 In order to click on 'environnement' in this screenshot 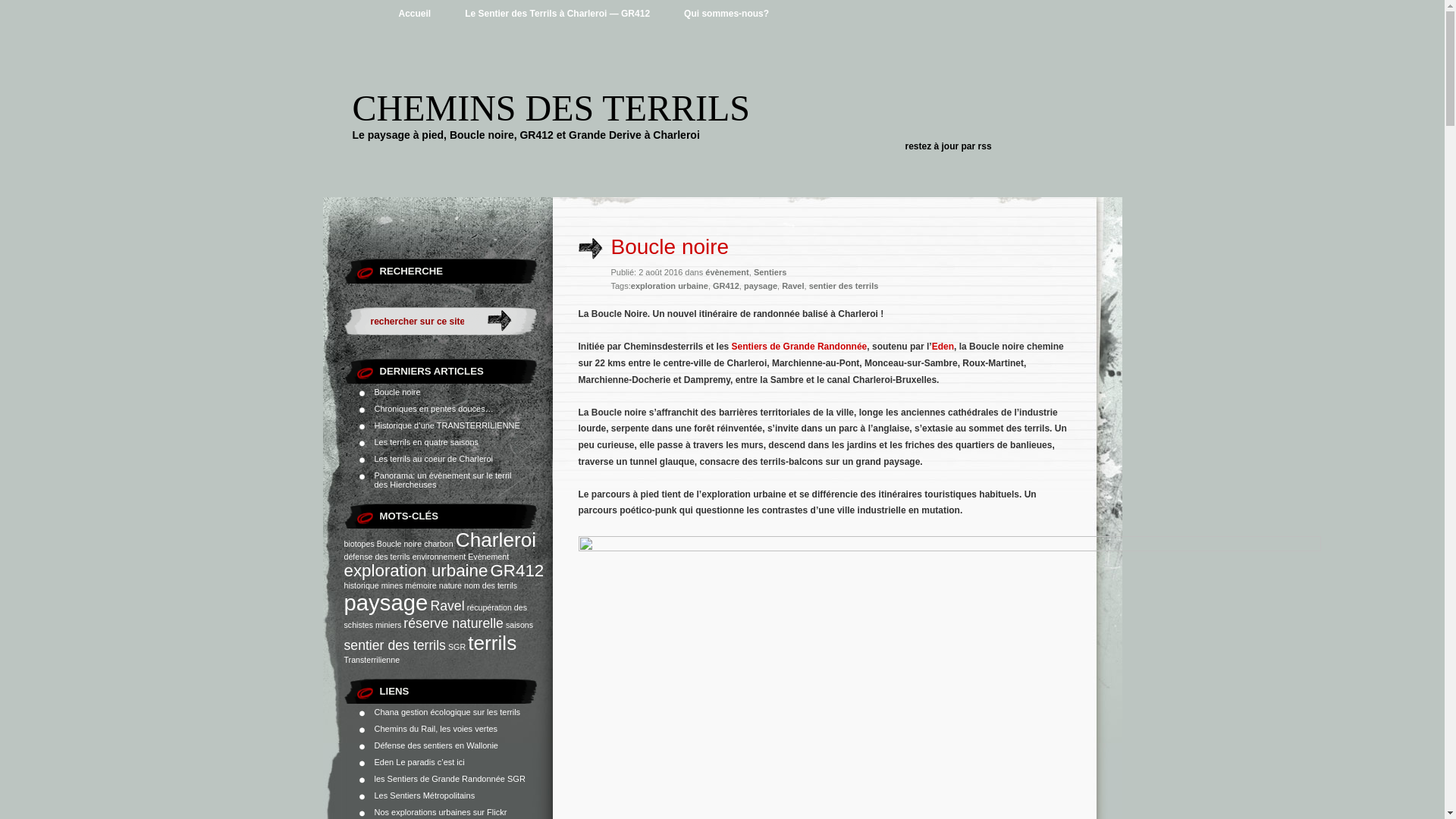, I will do `click(438, 556)`.